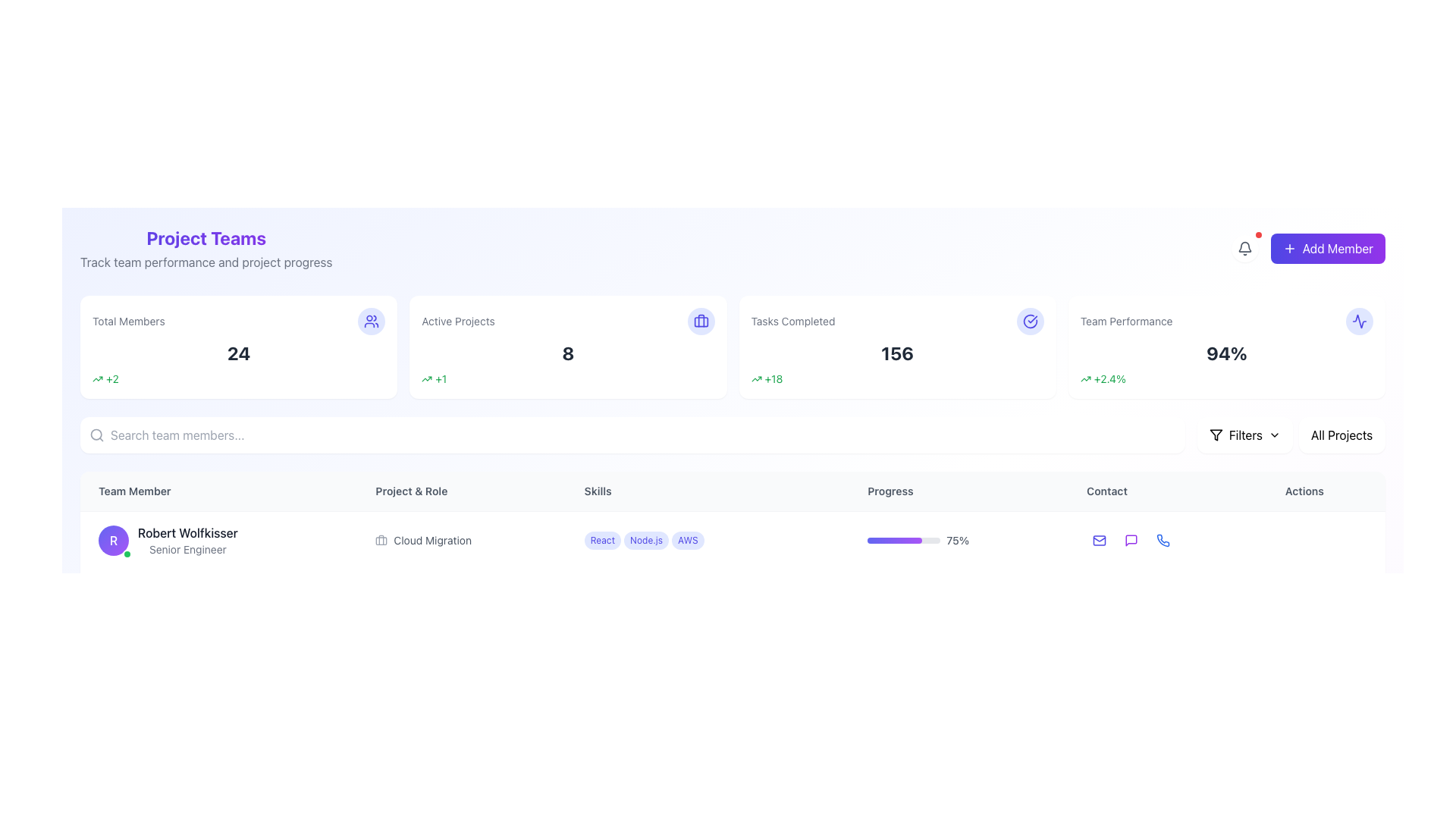 This screenshot has width=1456, height=819. What do you see at coordinates (206, 237) in the screenshot?
I see `the heading element styled with bold gradient text reading 'Project Teams', located above the subtitle 'Track team performance and project progress'` at bounding box center [206, 237].